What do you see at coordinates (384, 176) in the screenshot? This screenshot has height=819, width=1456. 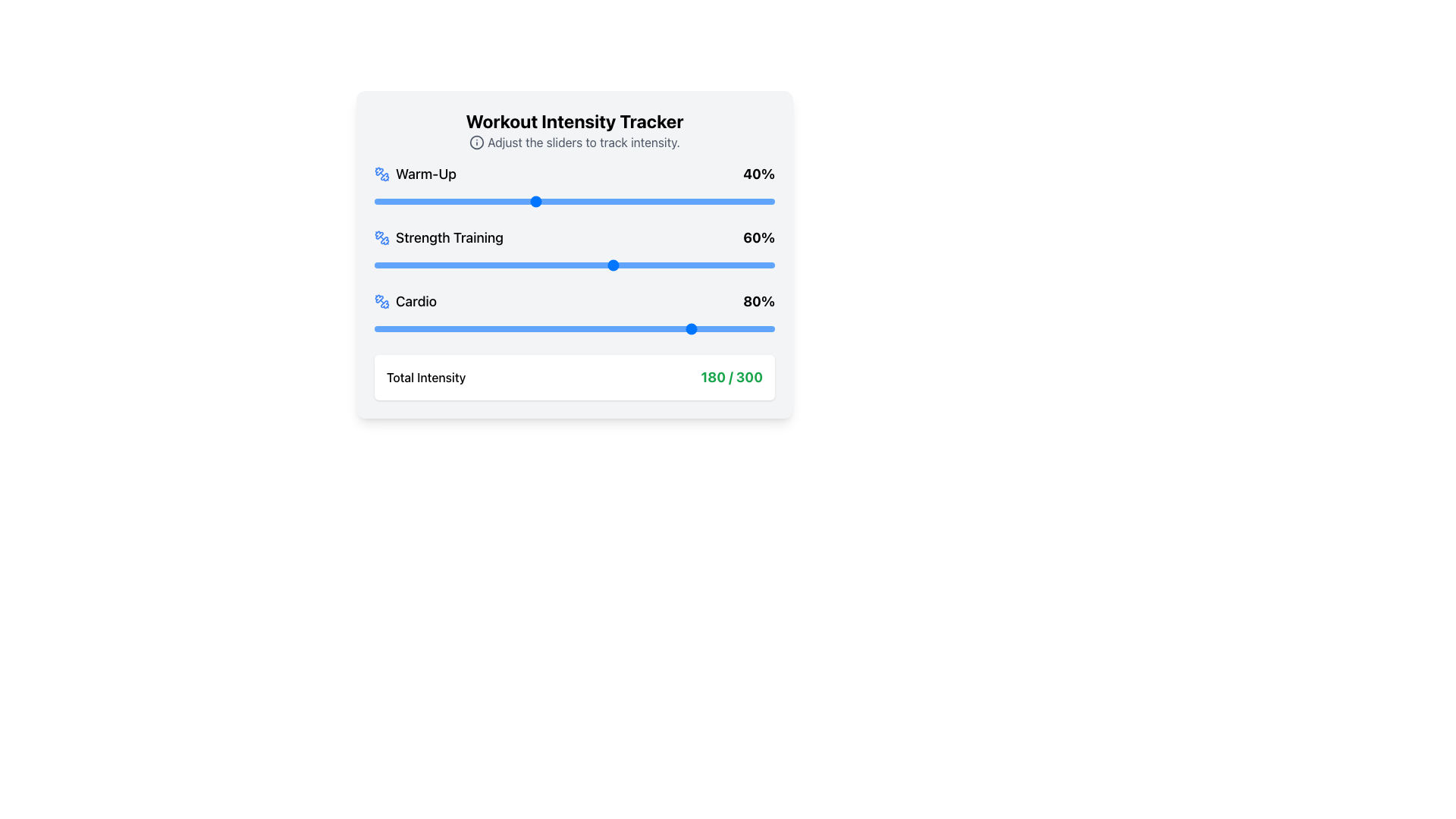 I see `the 'Warm-Up' icon in the Workout Intensity Tracker section, which is the first icon in the vertical list of workout section icons` at bounding box center [384, 176].